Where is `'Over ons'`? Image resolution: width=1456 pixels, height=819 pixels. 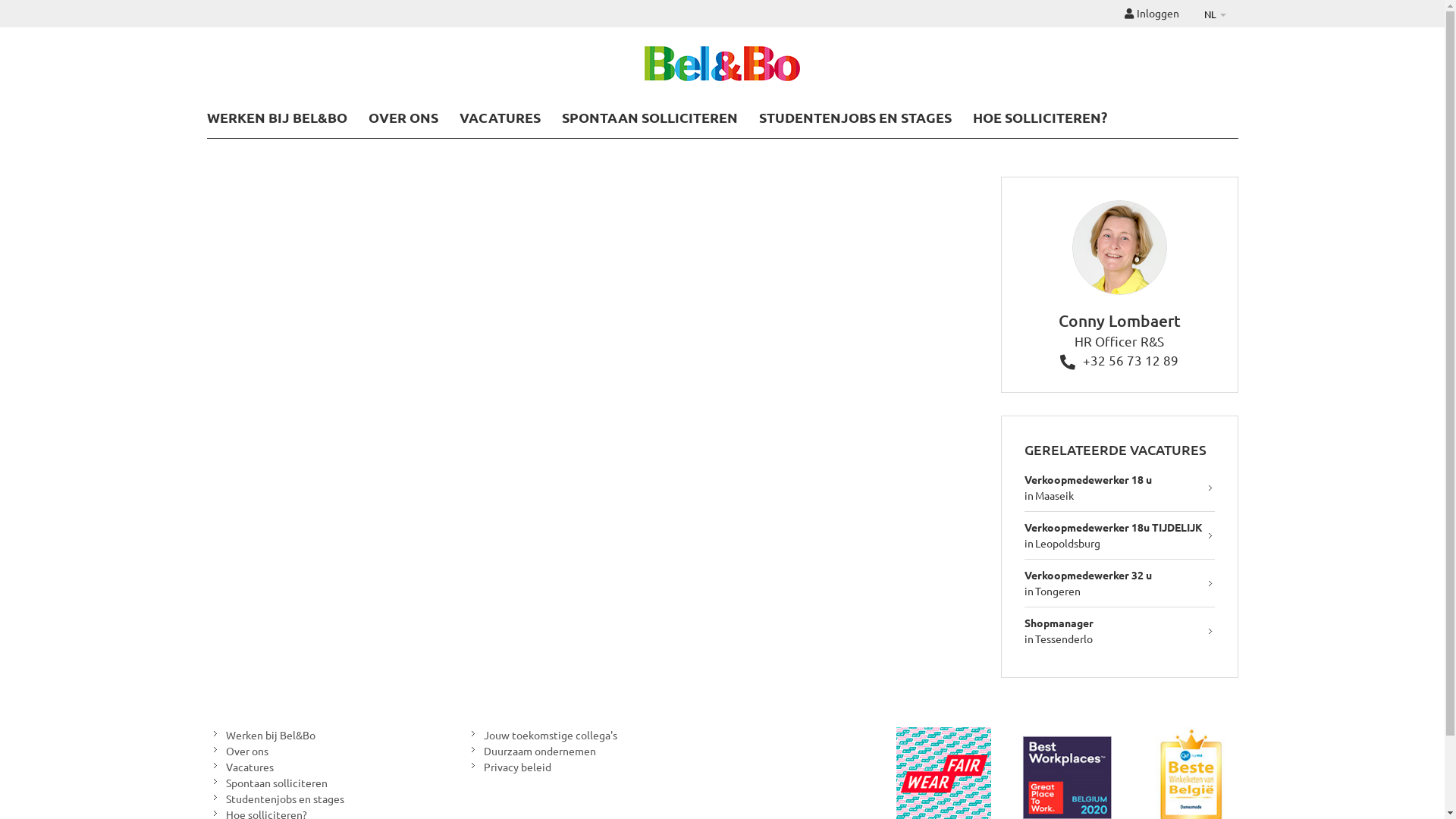 'Over ons' is located at coordinates (236, 751).